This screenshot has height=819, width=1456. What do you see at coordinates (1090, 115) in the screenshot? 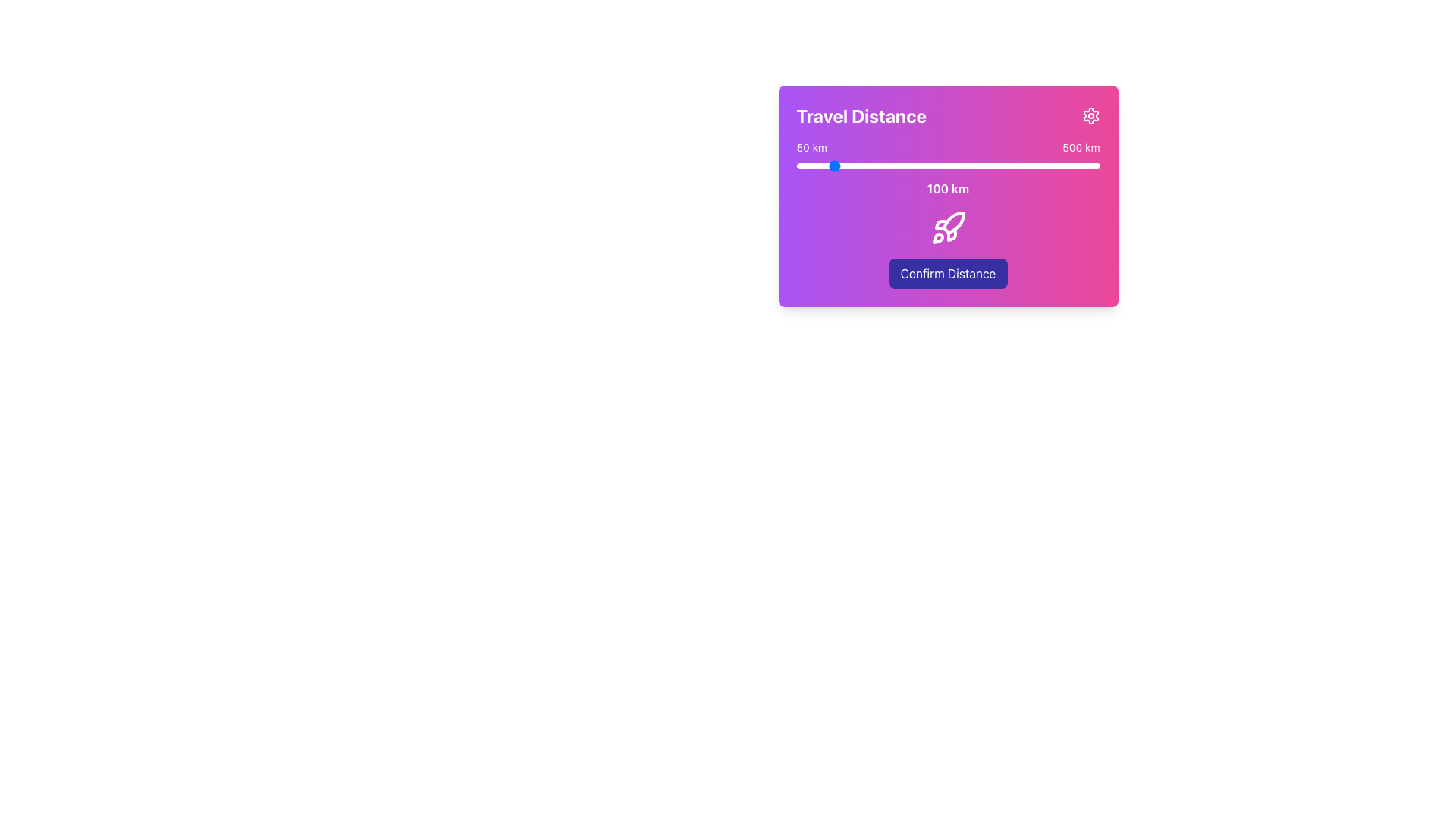
I see `the settings icon button located at the top-right corner of the 'Travel Distance' card` at bounding box center [1090, 115].